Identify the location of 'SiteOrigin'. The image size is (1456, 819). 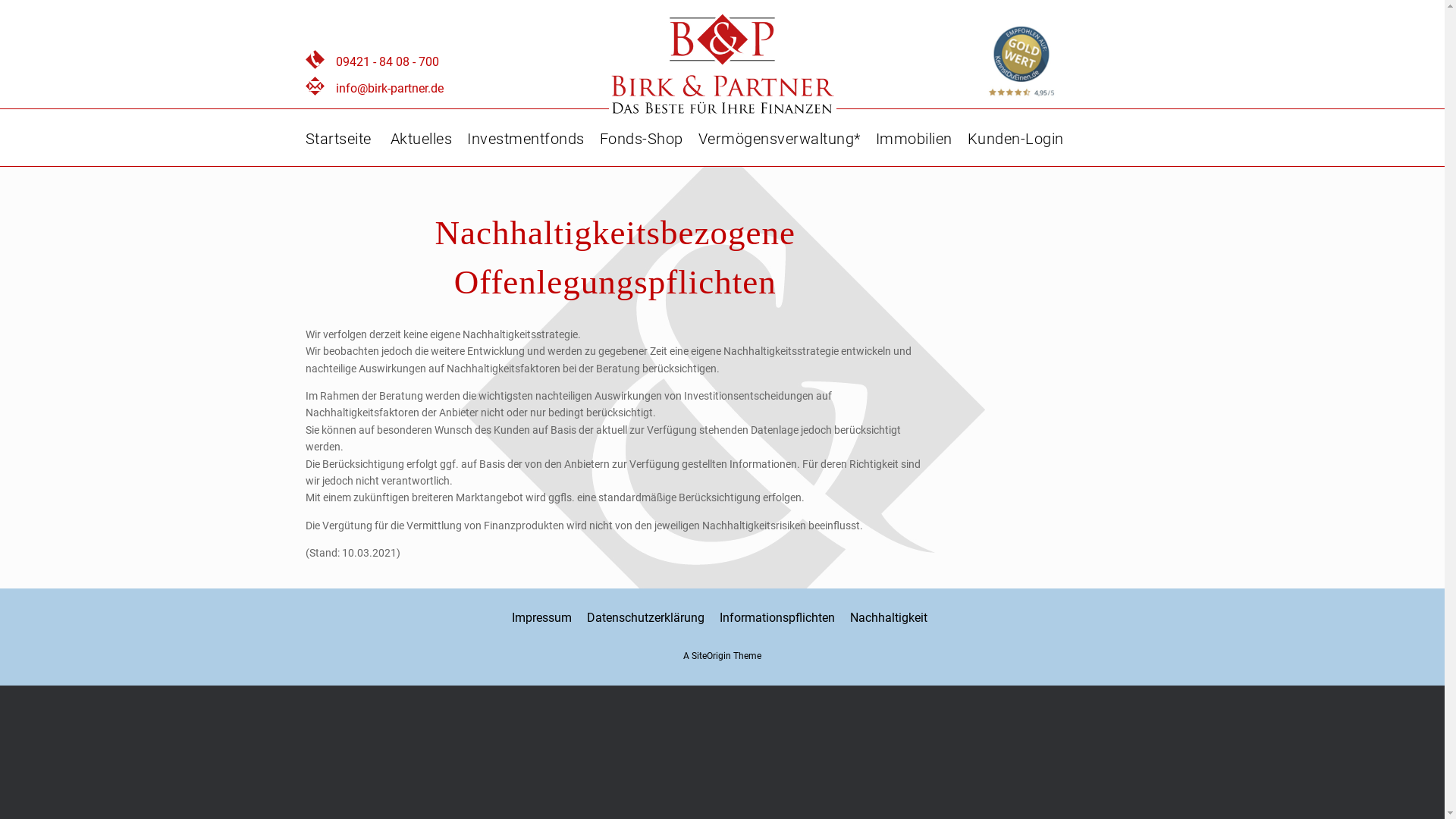
(710, 654).